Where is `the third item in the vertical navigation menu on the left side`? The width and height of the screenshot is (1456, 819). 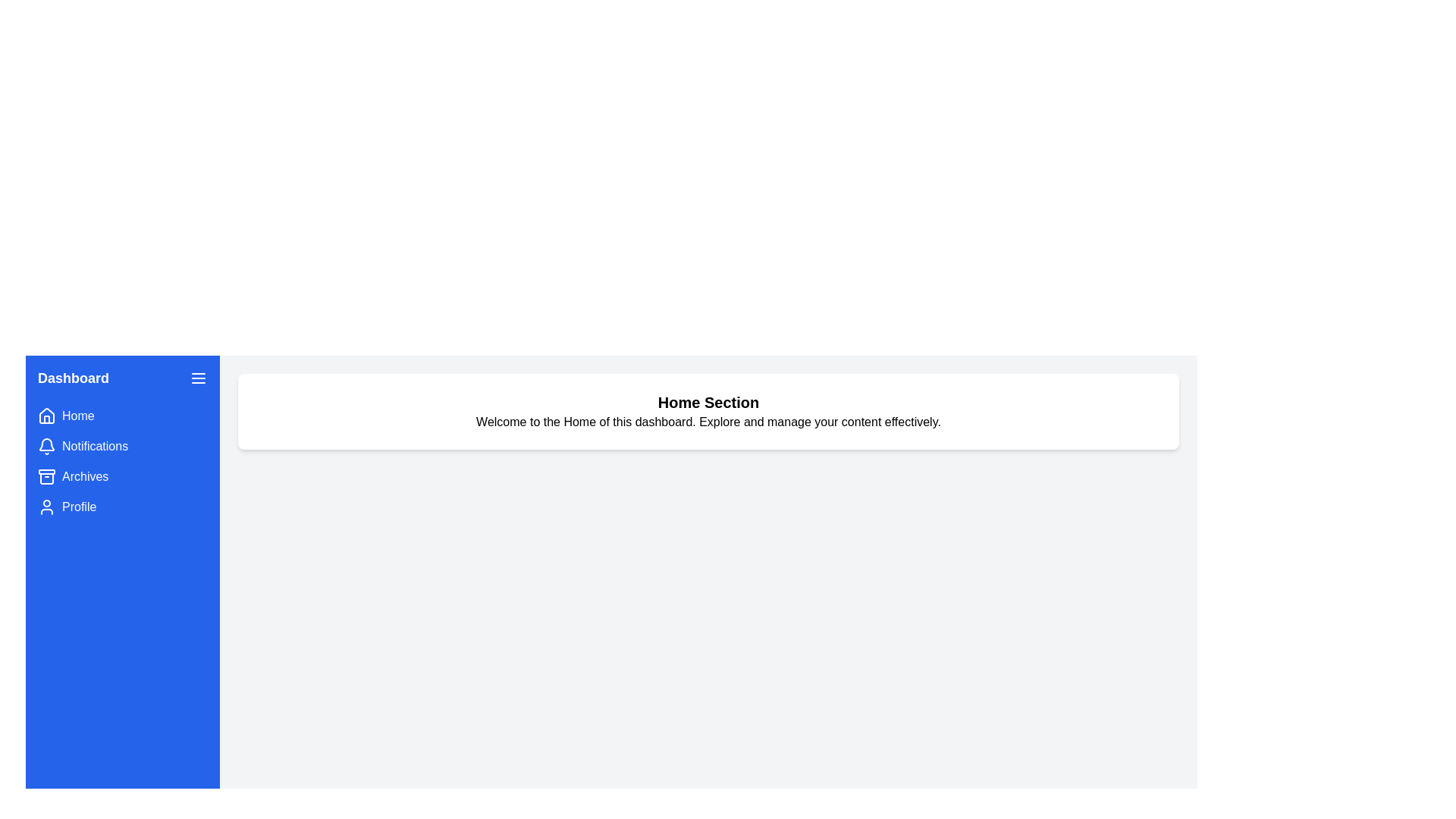
the third item in the vertical navigation menu on the left side is located at coordinates (123, 475).